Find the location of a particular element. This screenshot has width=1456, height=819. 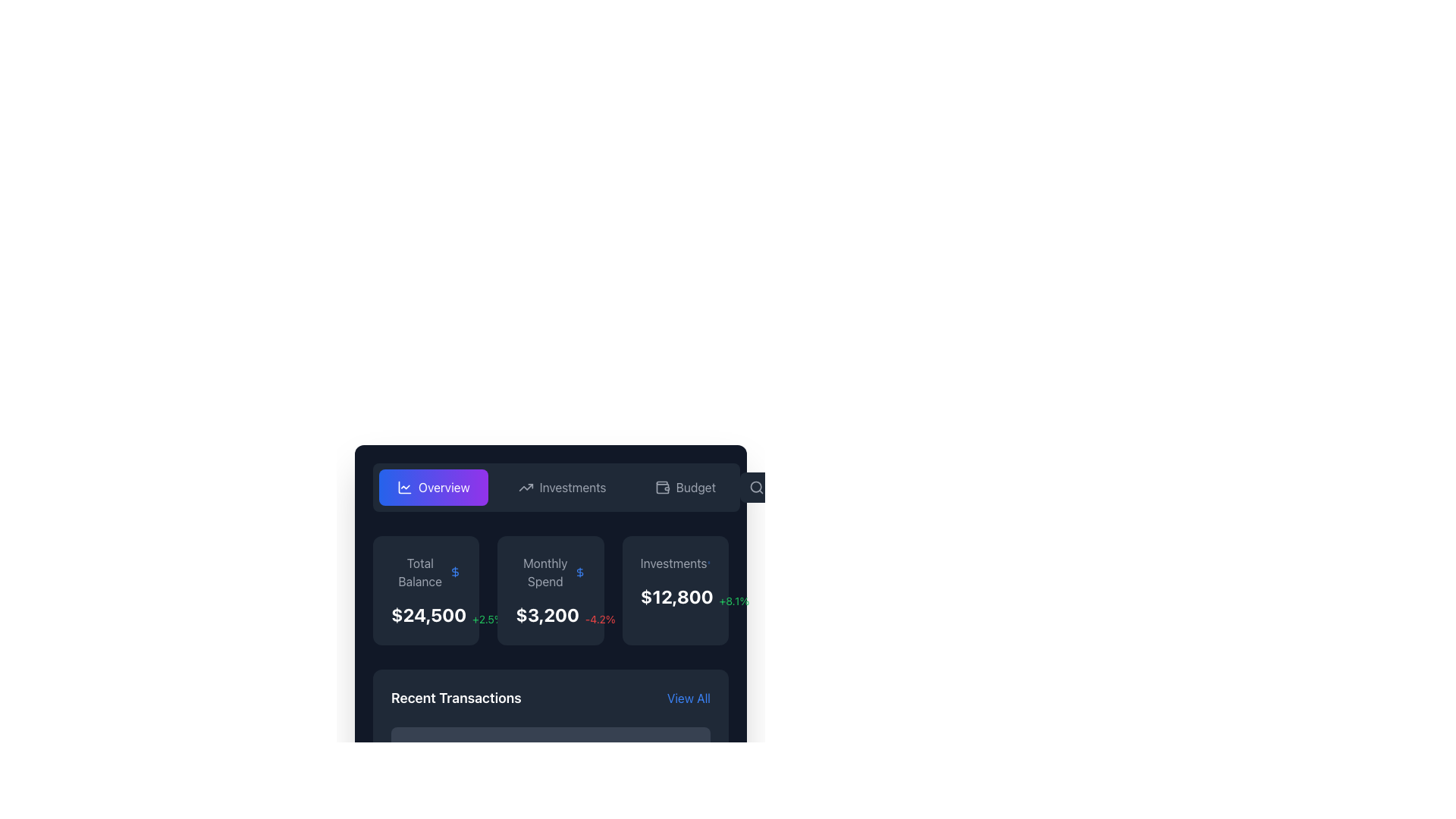

the 'Investments' static label located at the top-right of the interface is located at coordinates (673, 563).